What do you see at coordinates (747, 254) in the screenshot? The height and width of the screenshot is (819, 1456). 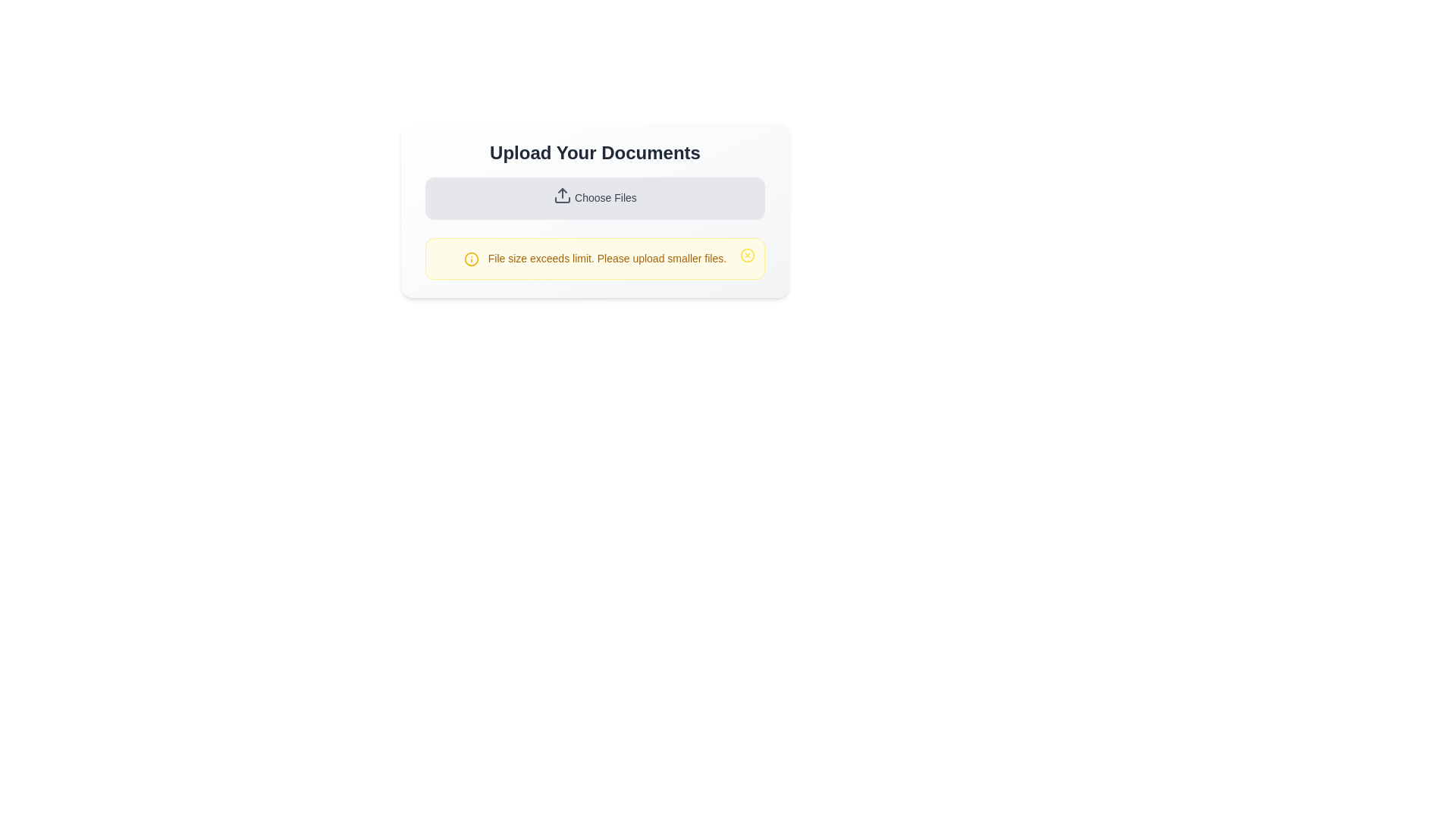 I see `the circular 'X' icon with a yellow outline in the upper-right corner of the yellow notification box` at bounding box center [747, 254].